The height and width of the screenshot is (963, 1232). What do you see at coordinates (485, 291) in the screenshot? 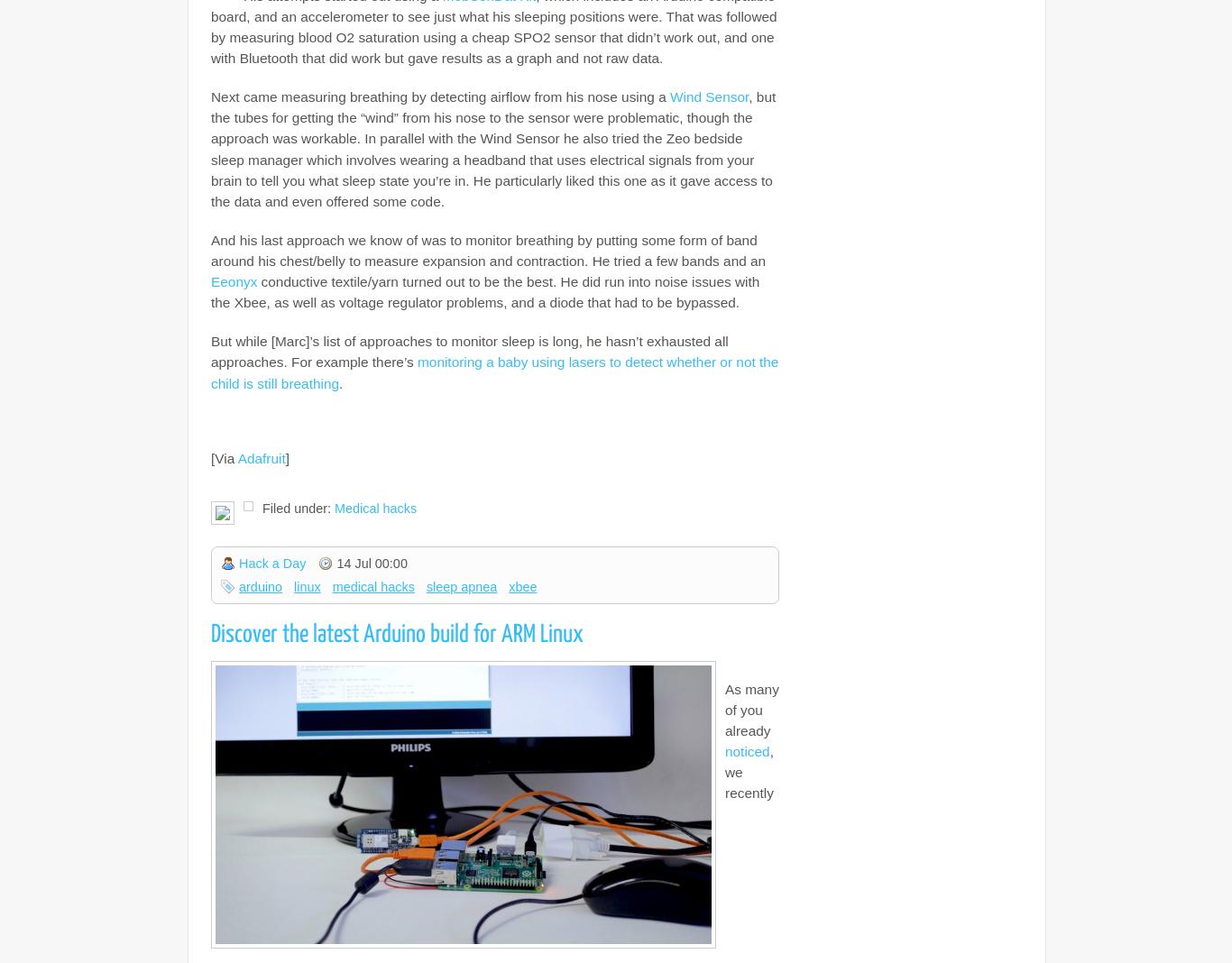
I see `'conductive textile/yarn turned out to be the best. He did run into noise issues with the Xbee, as well as voltage regulator problems, and a diode that had to be bypassed.'` at bounding box center [485, 291].